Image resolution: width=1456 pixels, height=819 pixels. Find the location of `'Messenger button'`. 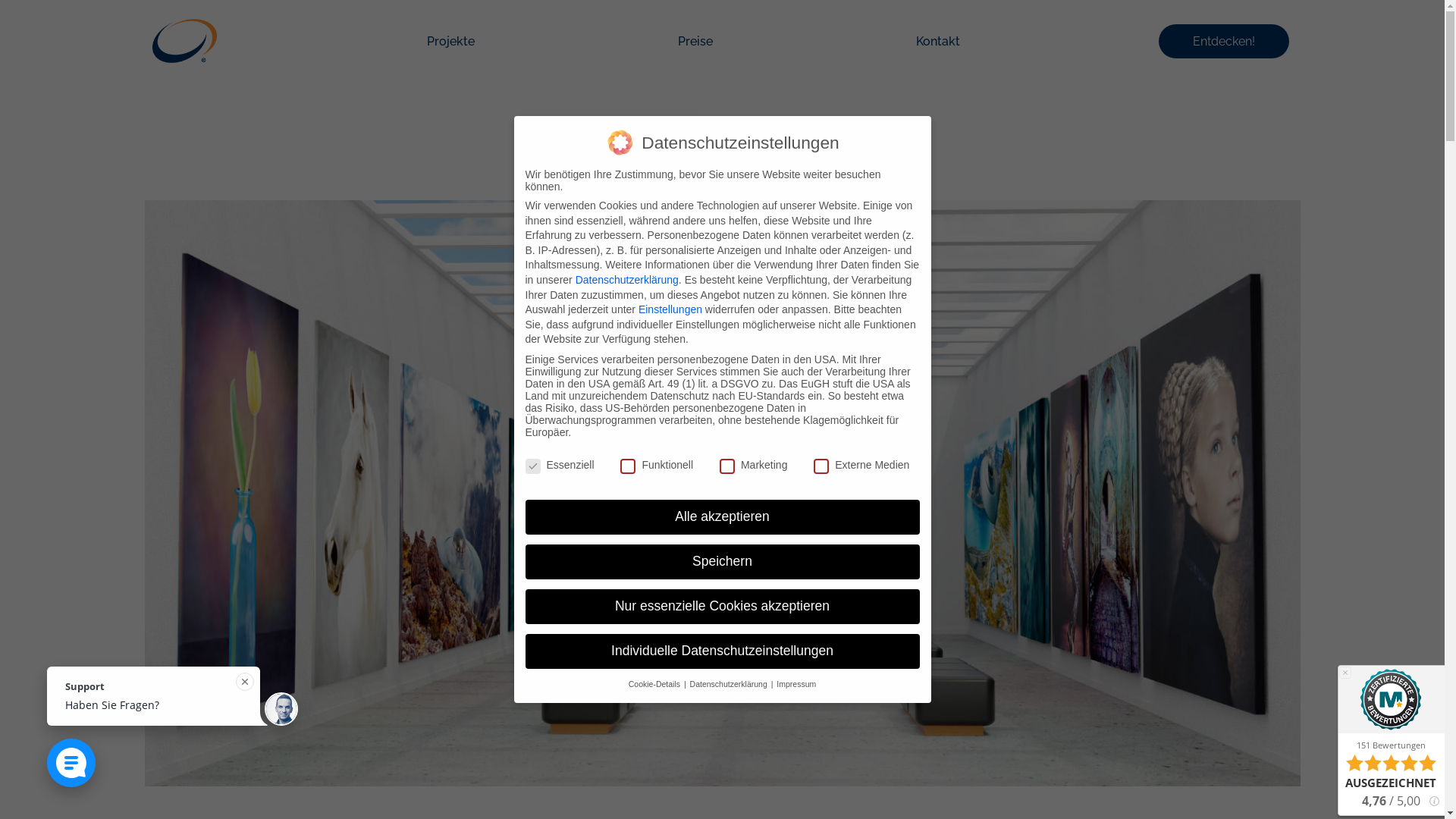

'Messenger button' is located at coordinates (71, 763).